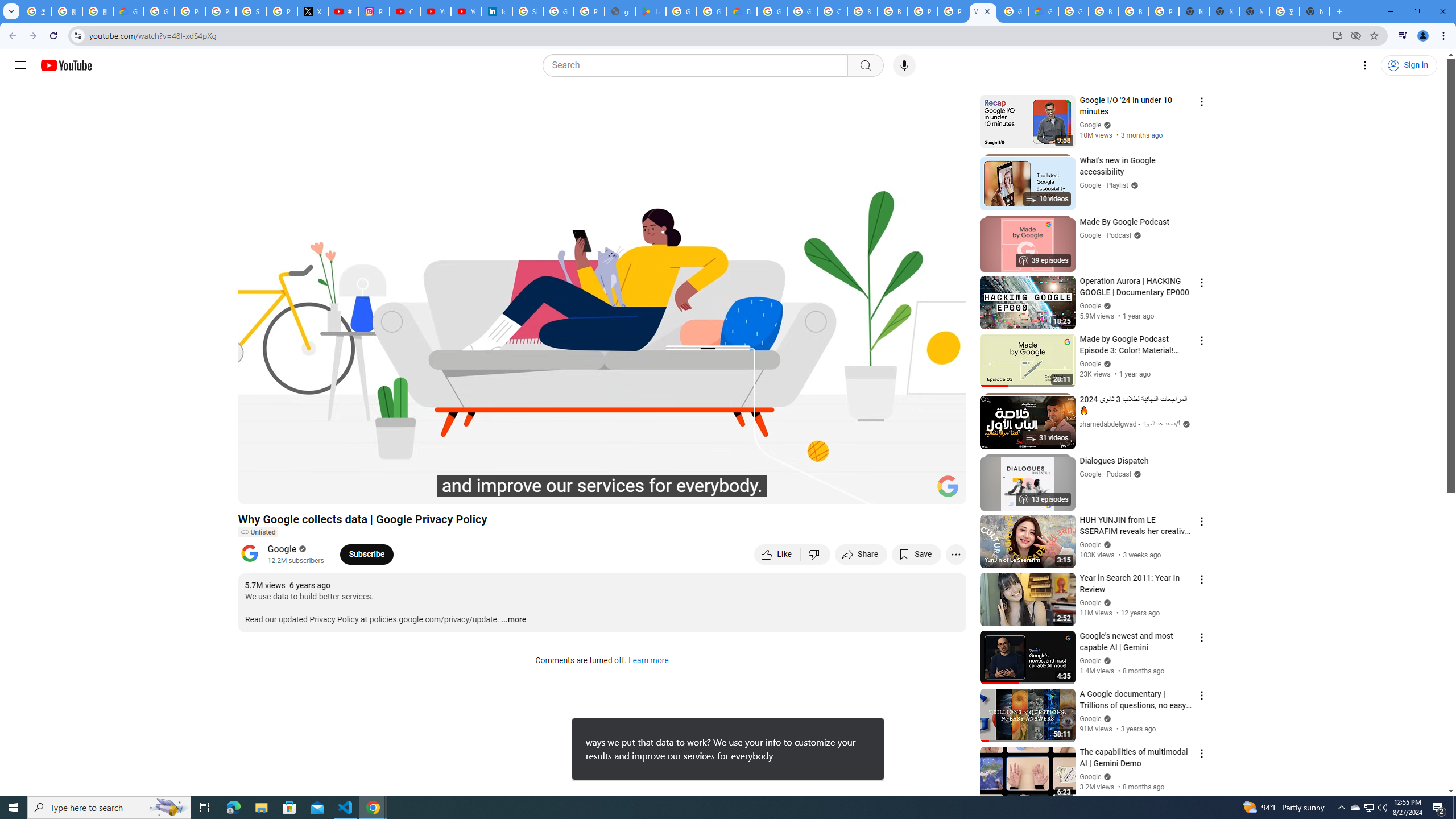  What do you see at coordinates (835, 490) in the screenshot?
I see `'Subtitles/closed captions unavailable'` at bounding box center [835, 490].